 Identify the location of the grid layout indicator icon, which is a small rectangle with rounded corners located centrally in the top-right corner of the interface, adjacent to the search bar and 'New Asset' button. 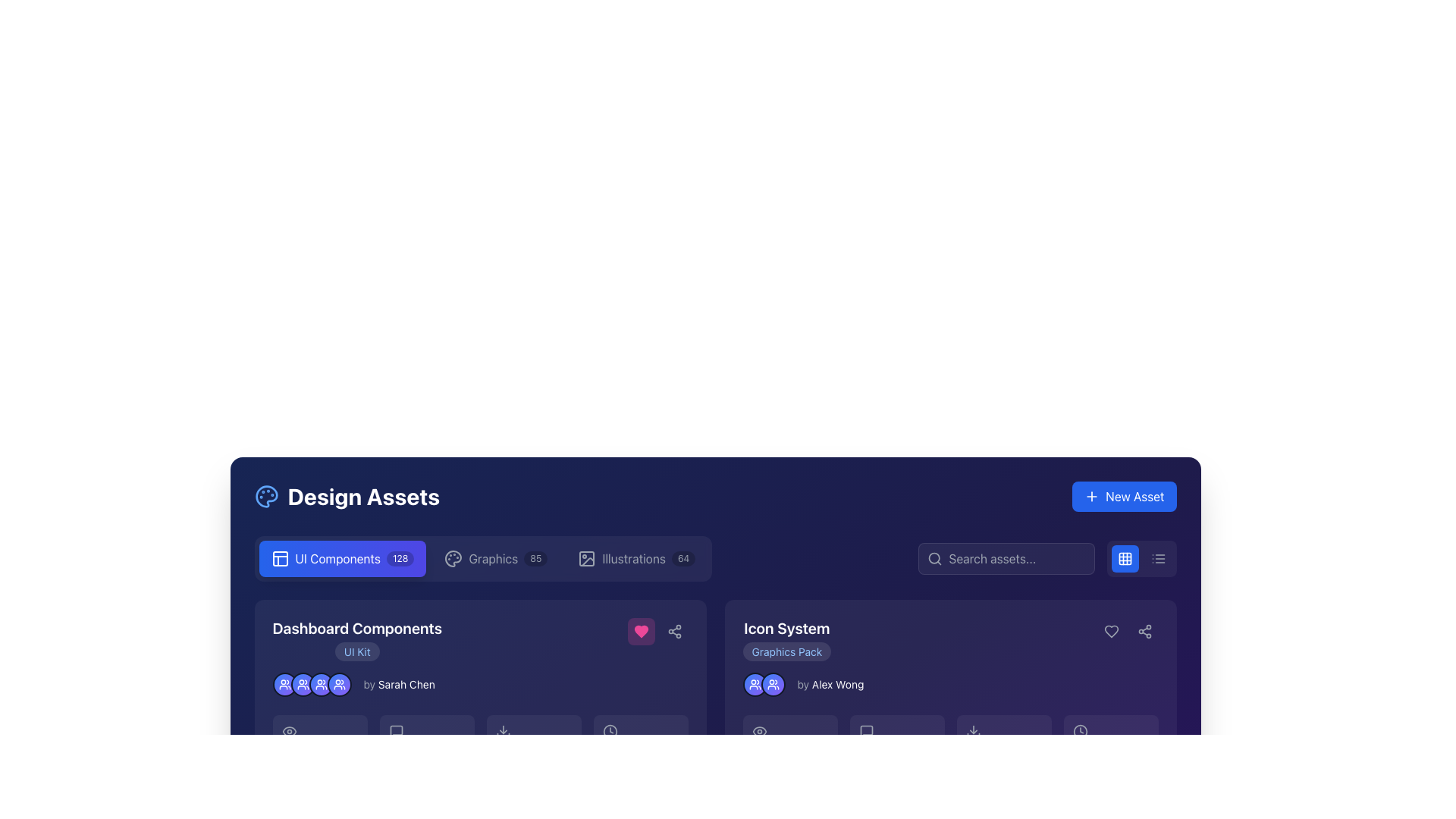
(1125, 558).